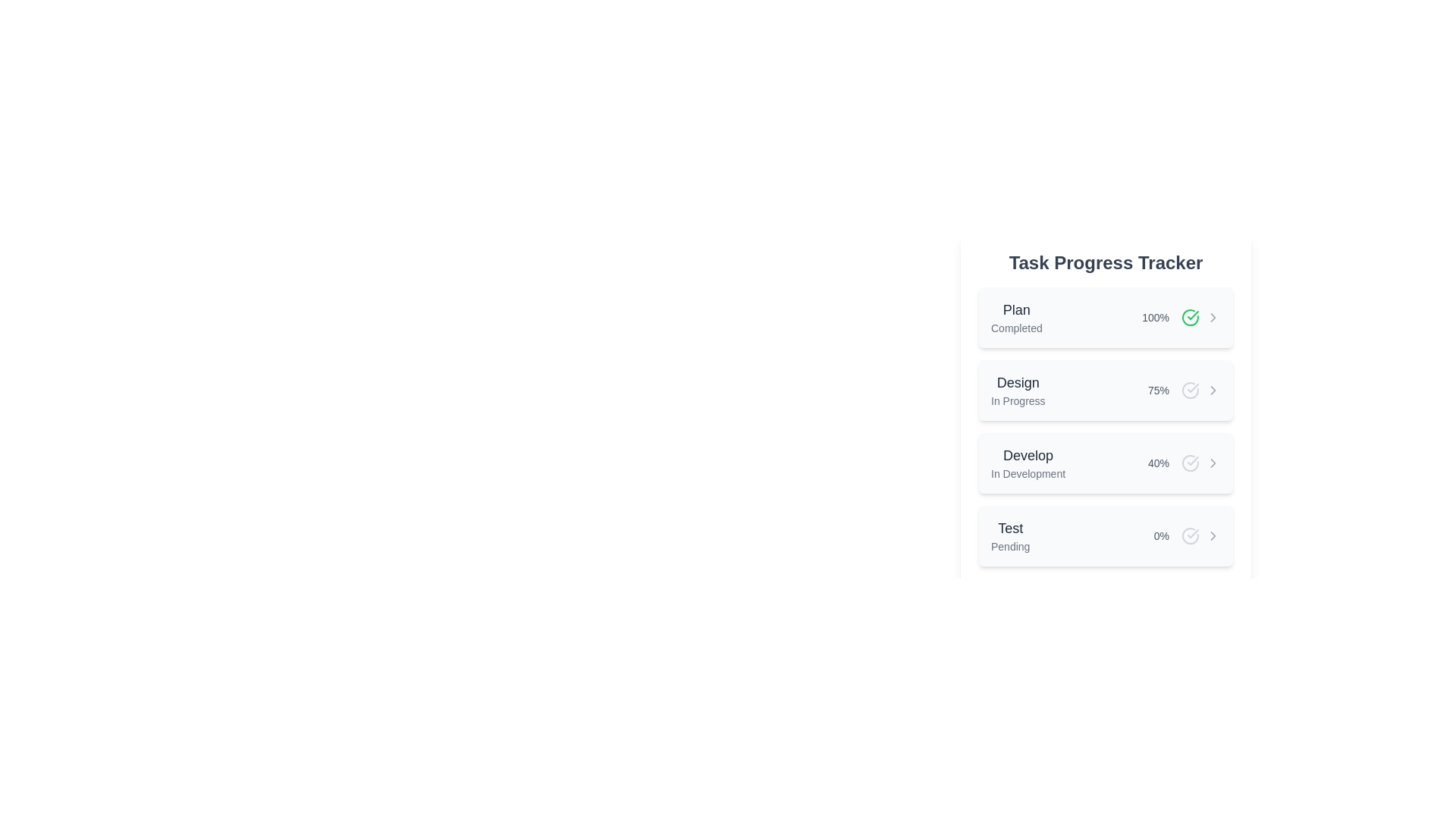  What do you see at coordinates (1106, 427) in the screenshot?
I see `the second card in the task progress tracker, which represents the 'Design' task, displaying its status and completion percentage` at bounding box center [1106, 427].